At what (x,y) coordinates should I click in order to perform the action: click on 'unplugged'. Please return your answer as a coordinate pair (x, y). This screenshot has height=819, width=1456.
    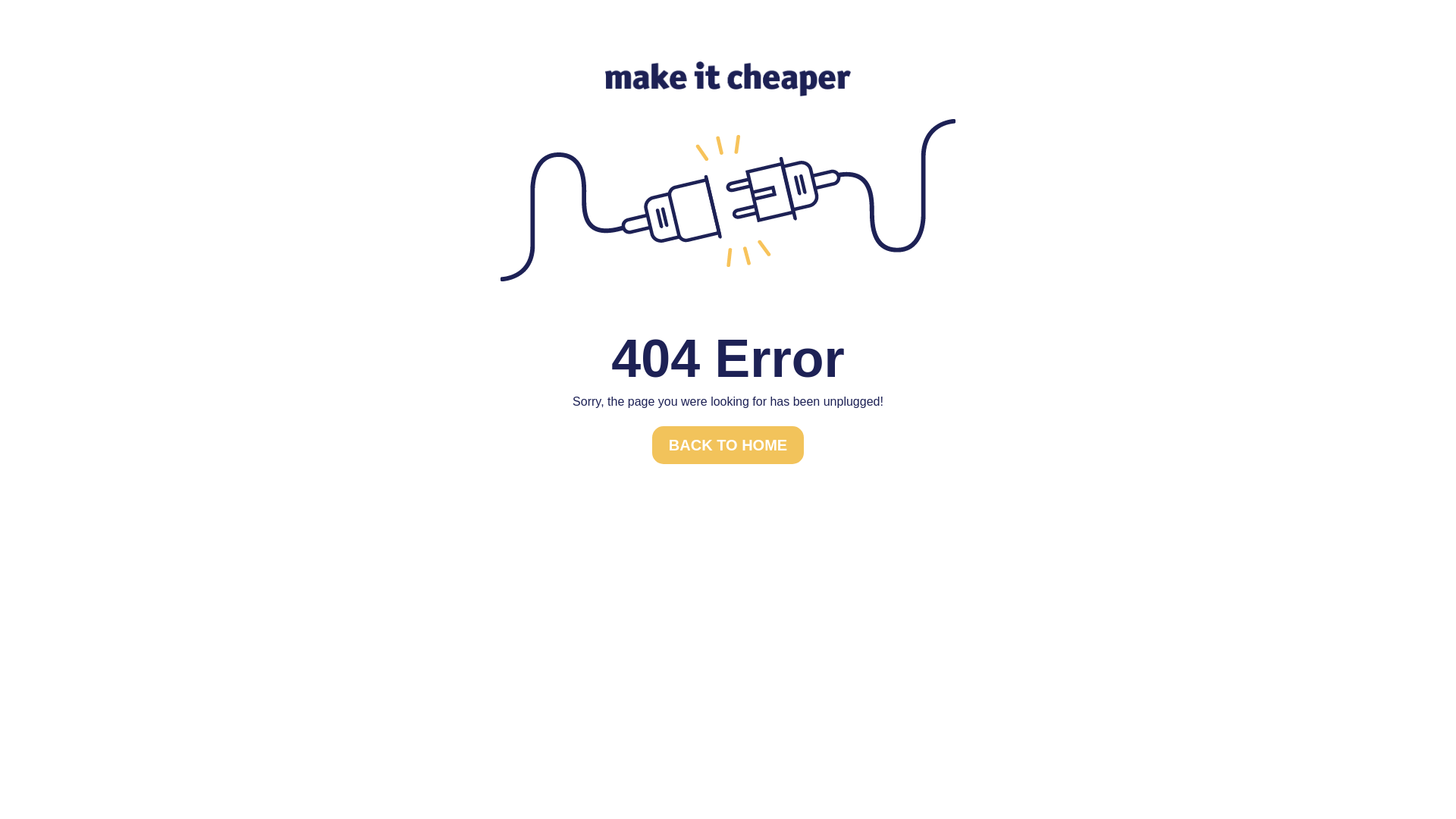
    Looking at the image, I should click on (728, 199).